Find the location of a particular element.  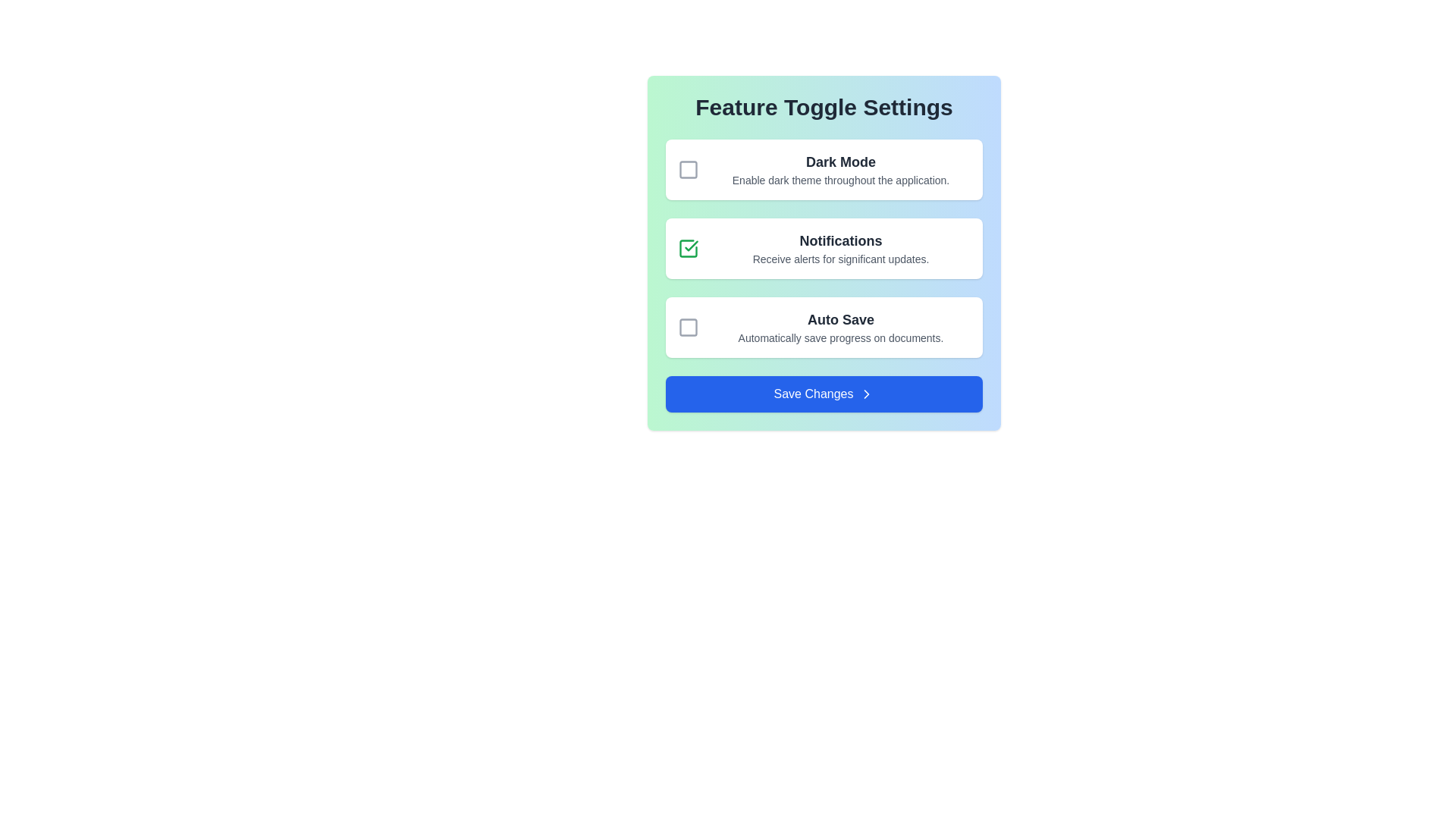

the save button located at the bottom of the settings panel, below the 'Auto Save' section, to apply new settings is located at coordinates (823, 394).